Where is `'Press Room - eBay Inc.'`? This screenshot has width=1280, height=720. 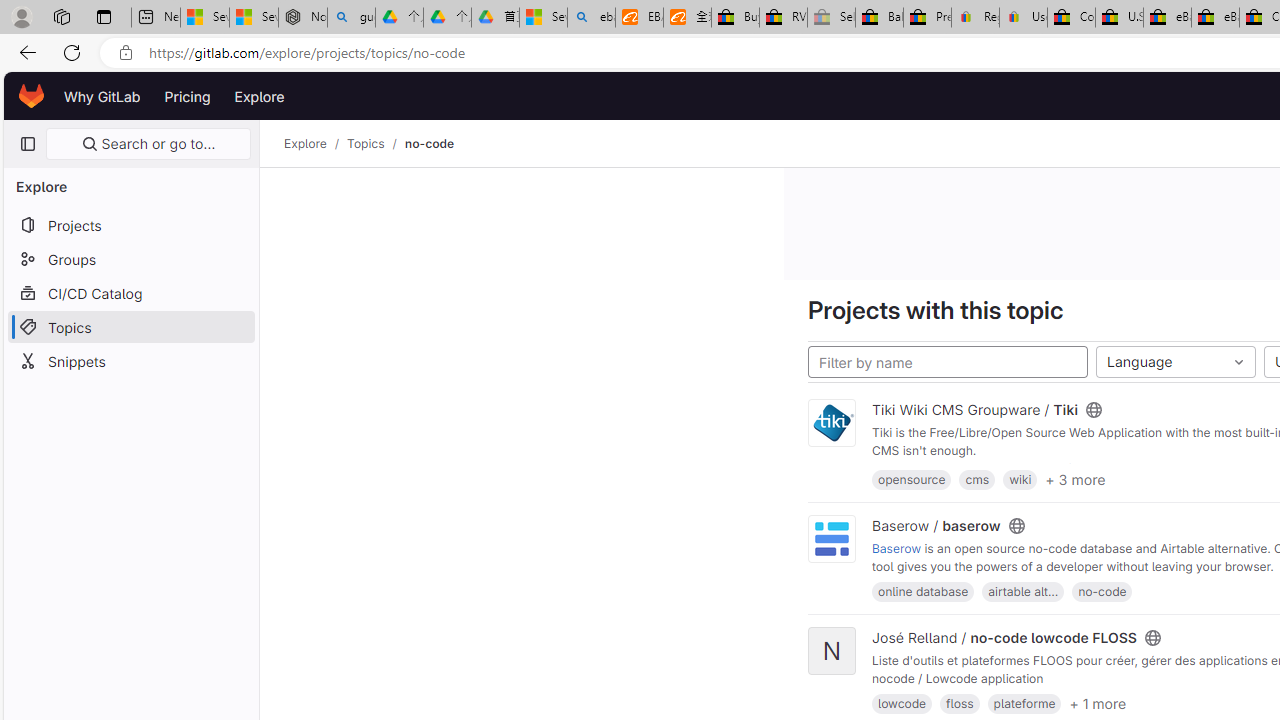
'Press Room - eBay Inc.' is located at coordinates (926, 17).